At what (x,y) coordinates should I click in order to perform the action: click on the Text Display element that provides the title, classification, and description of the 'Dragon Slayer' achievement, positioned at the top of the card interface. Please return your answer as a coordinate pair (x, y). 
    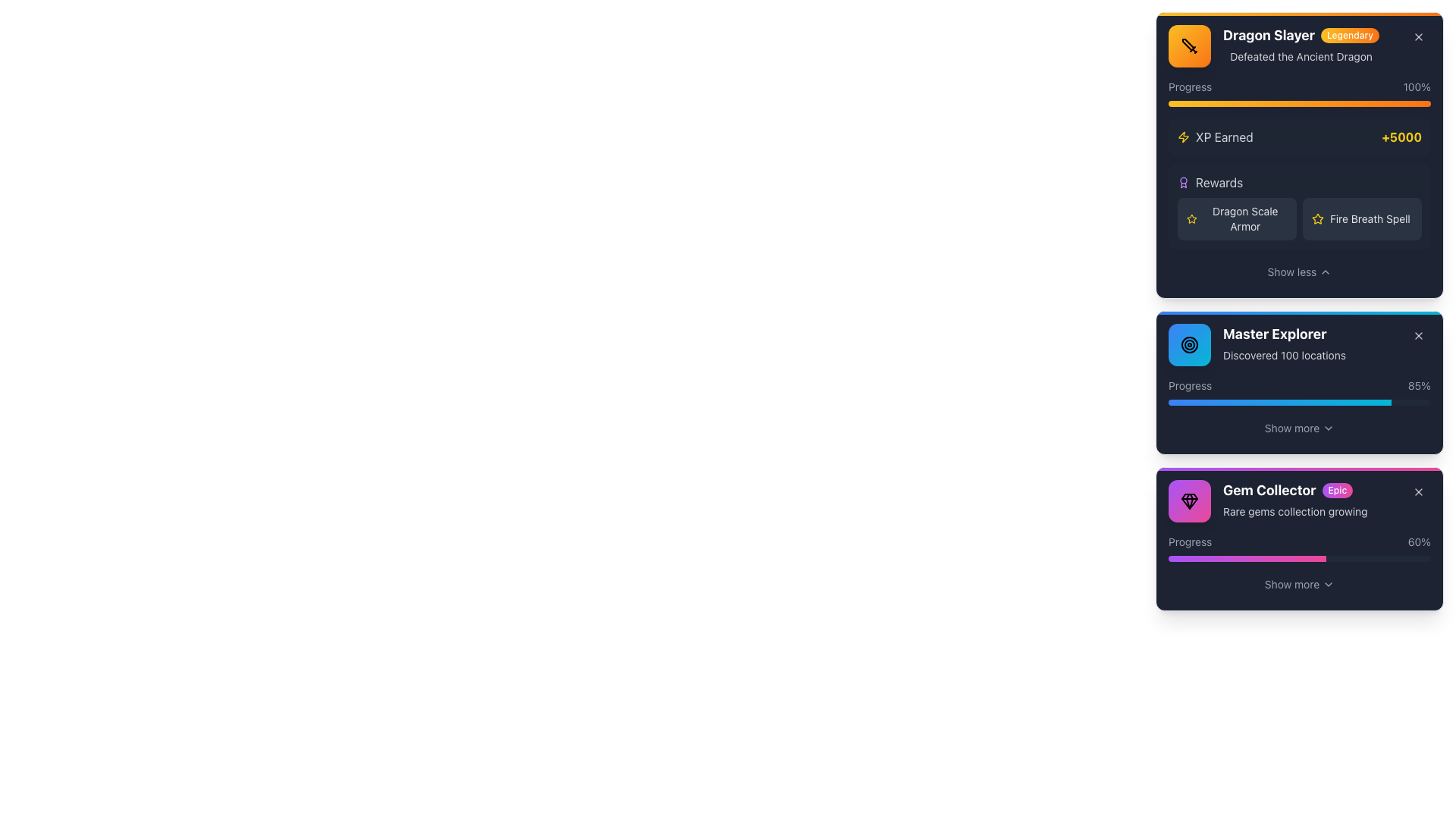
    Looking at the image, I should click on (1301, 45).